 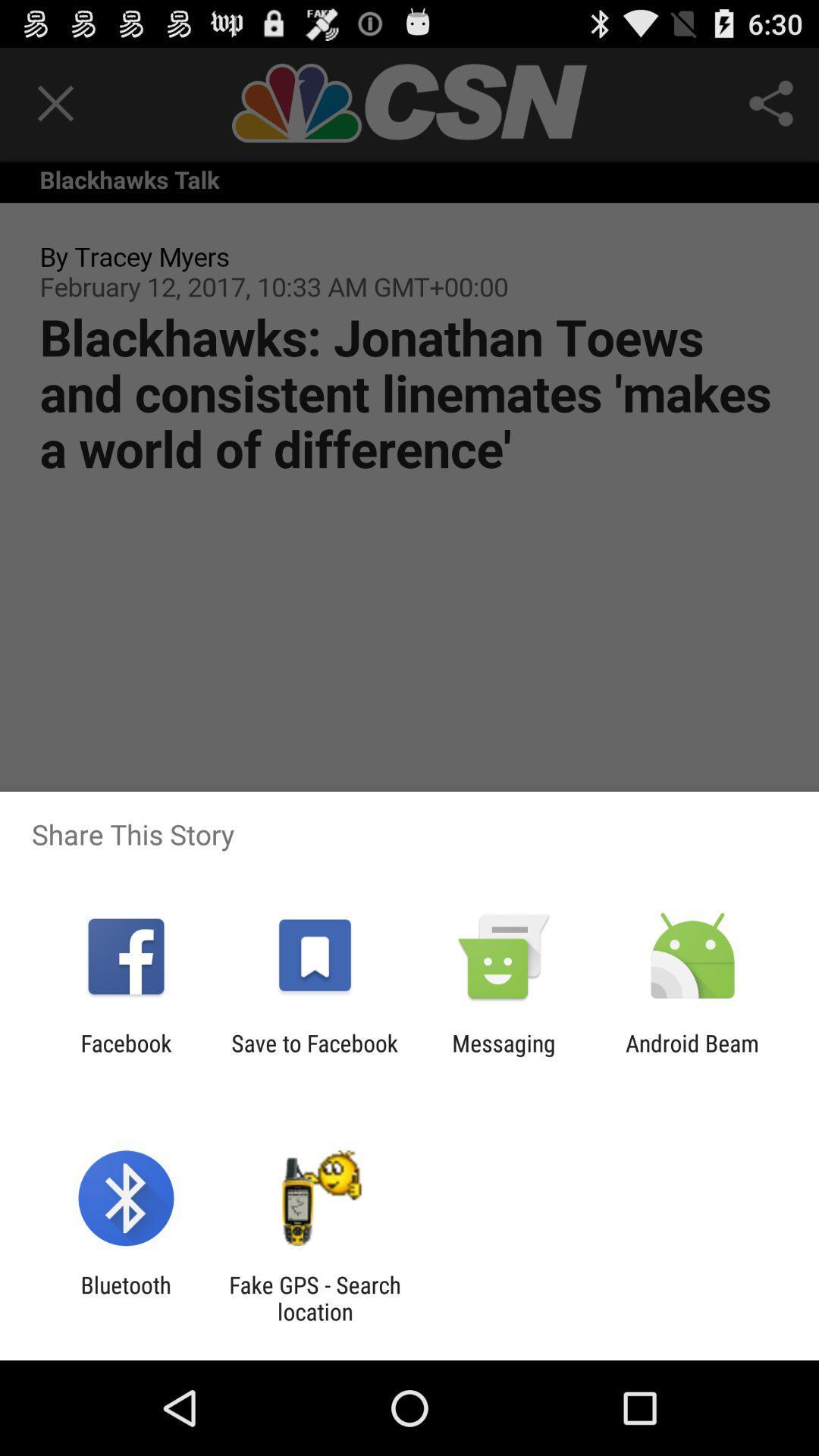 What do you see at coordinates (125, 1298) in the screenshot?
I see `icon next to fake gps search icon` at bounding box center [125, 1298].